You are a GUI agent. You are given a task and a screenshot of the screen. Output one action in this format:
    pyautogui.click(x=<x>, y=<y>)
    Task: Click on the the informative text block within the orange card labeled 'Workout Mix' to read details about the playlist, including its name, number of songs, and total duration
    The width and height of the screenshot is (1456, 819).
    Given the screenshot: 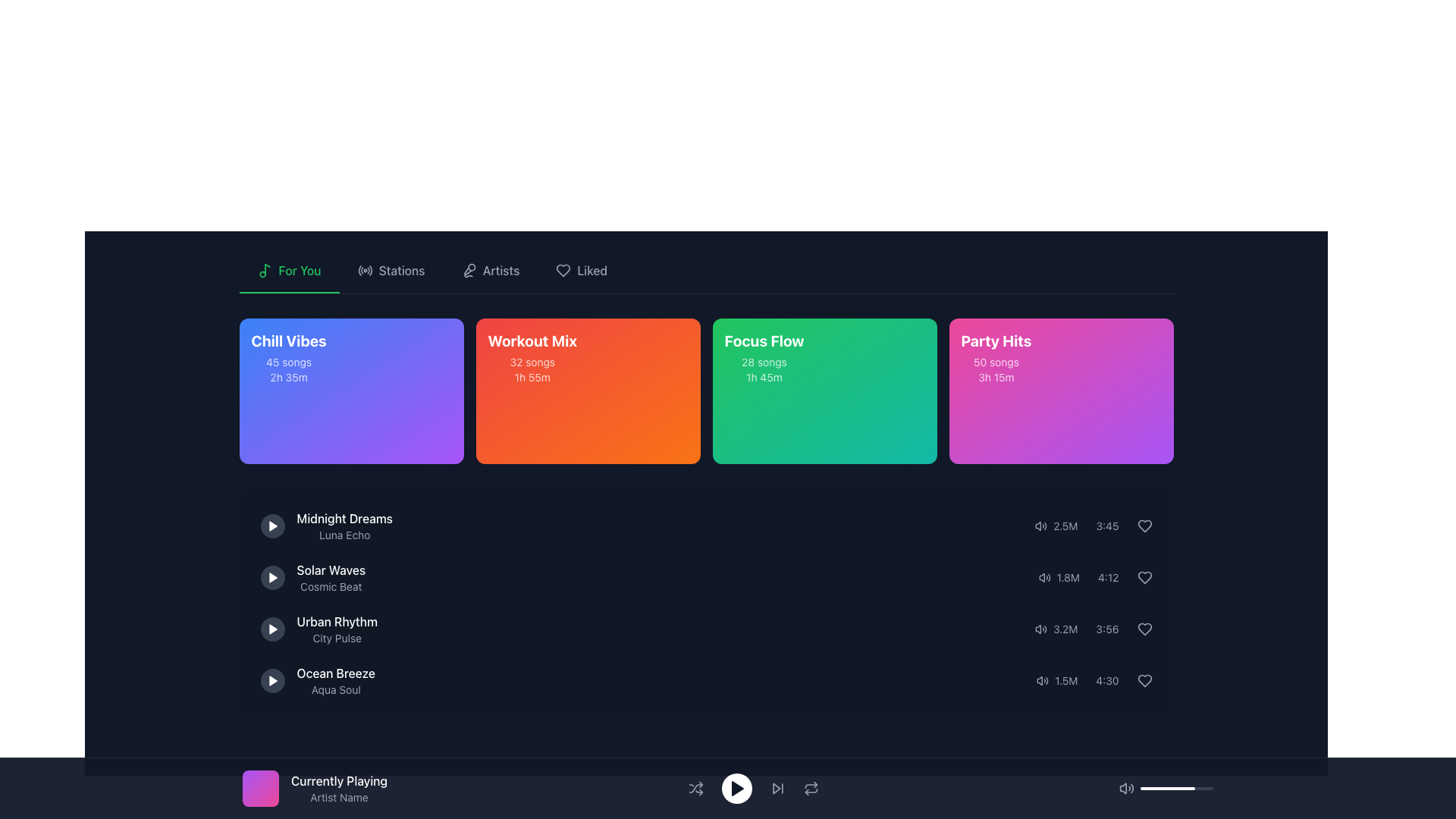 What is the action you would take?
    pyautogui.click(x=532, y=357)
    